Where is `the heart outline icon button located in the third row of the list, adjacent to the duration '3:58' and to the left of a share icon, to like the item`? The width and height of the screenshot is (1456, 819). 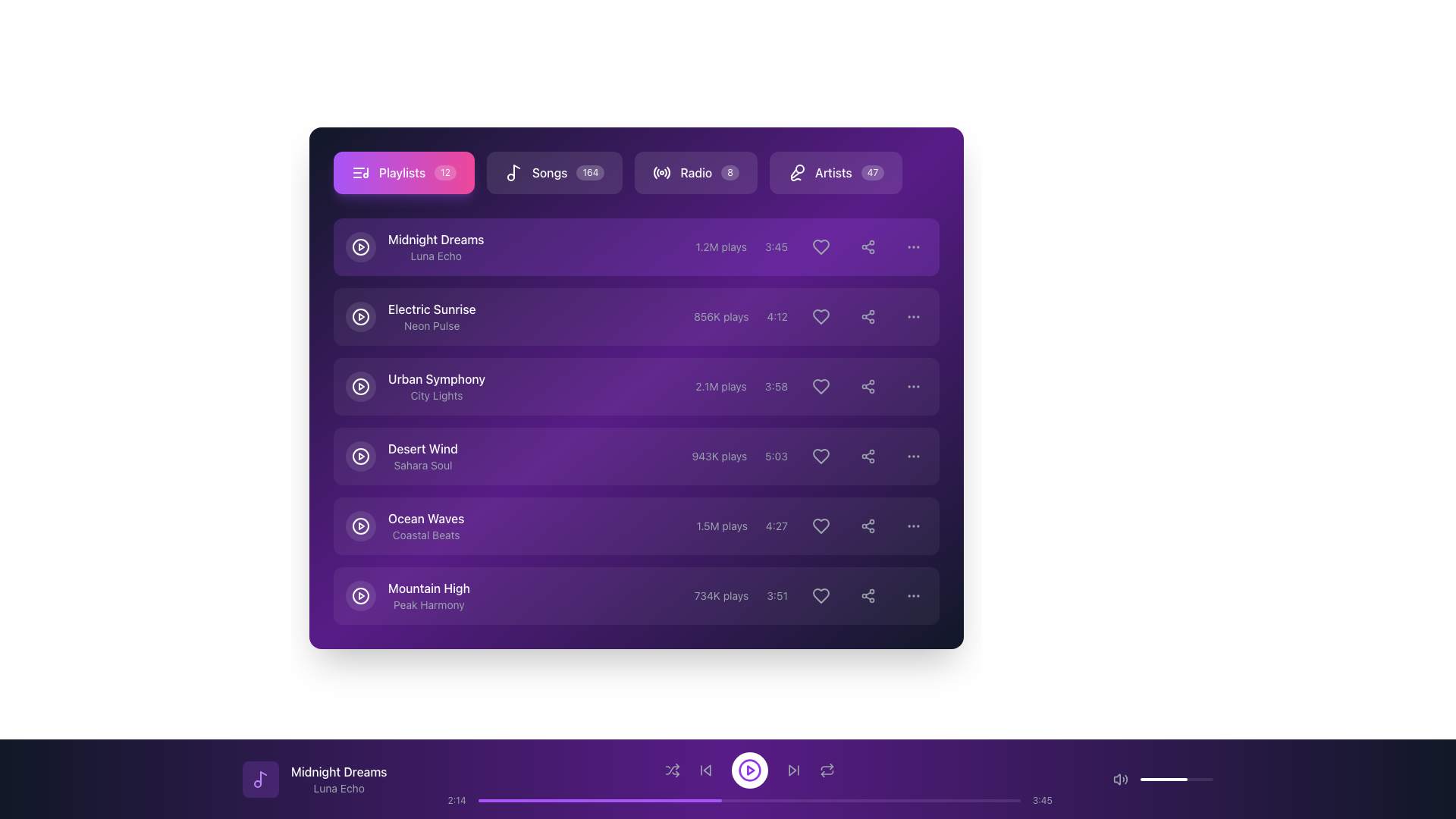
the heart outline icon button located in the third row of the list, adjacent to the duration '3:58' and to the left of a share icon, to like the item is located at coordinates (821, 385).